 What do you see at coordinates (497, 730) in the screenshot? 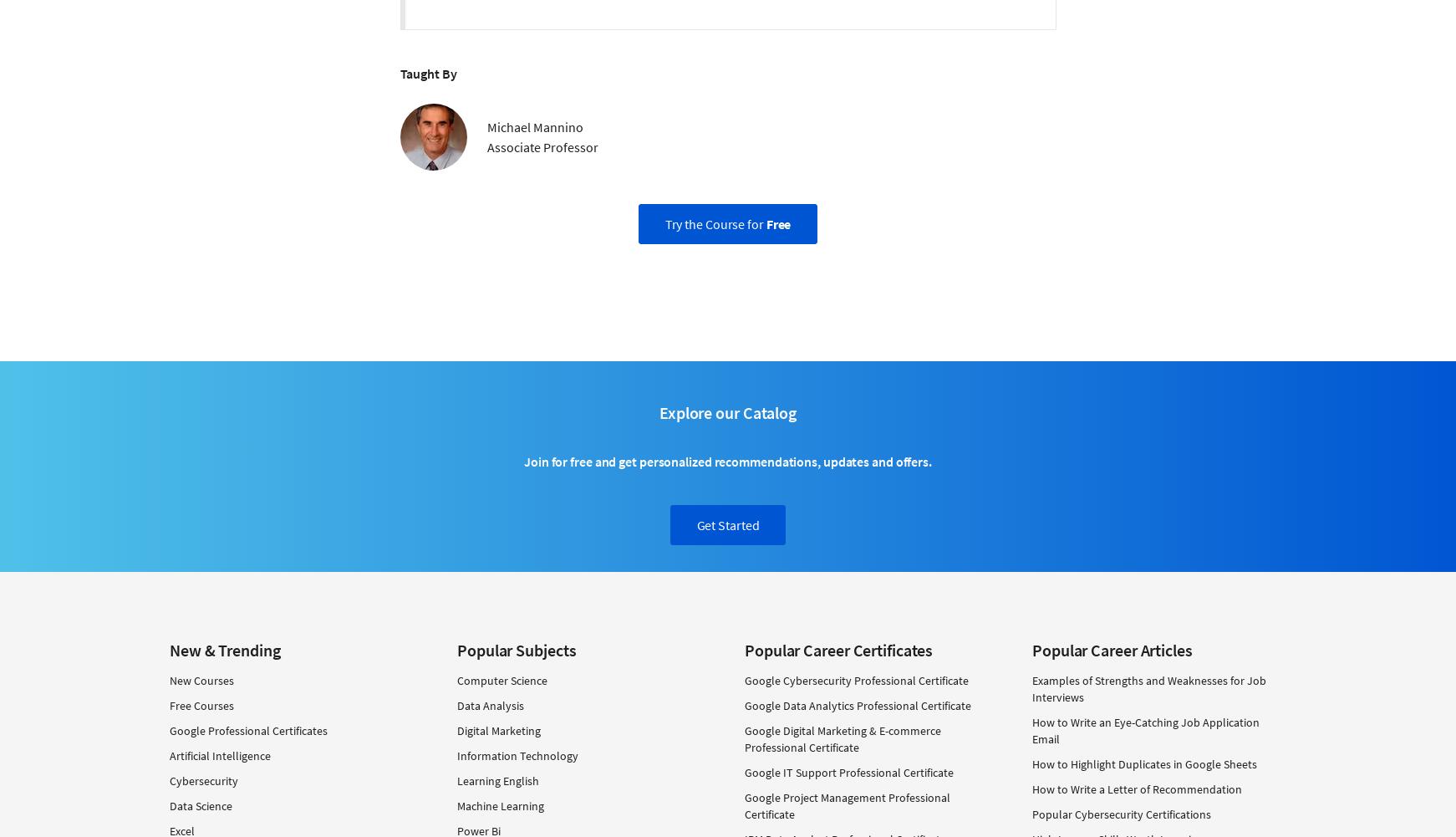
I see `'Digital Marketing'` at bounding box center [497, 730].